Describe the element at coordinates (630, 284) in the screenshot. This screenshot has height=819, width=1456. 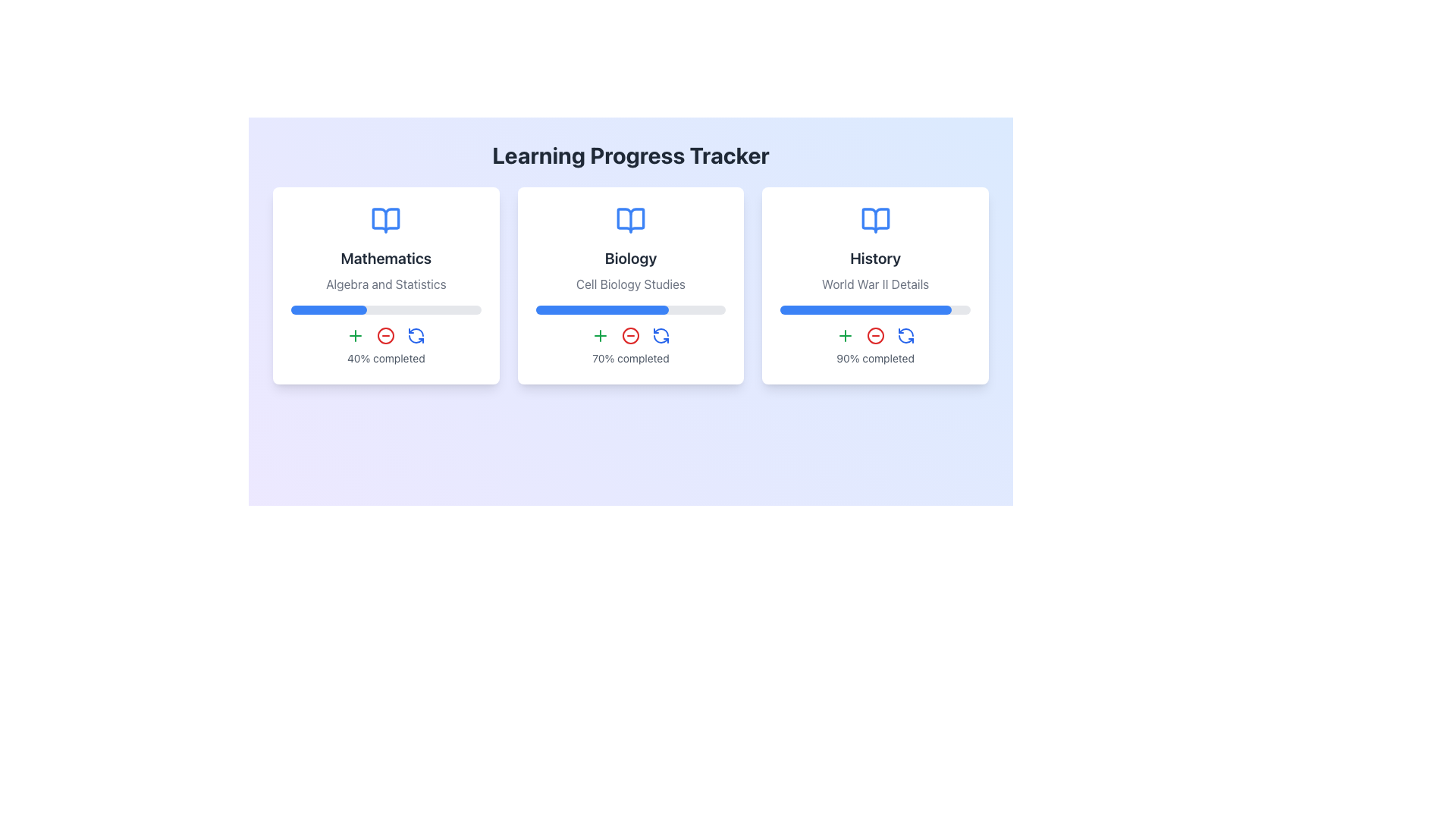
I see `the static text label reading 'Cell Biology Studies', which is styled with a smaller font size and gray color, positioned below the title 'Biology' and above the blue progress bar` at that location.